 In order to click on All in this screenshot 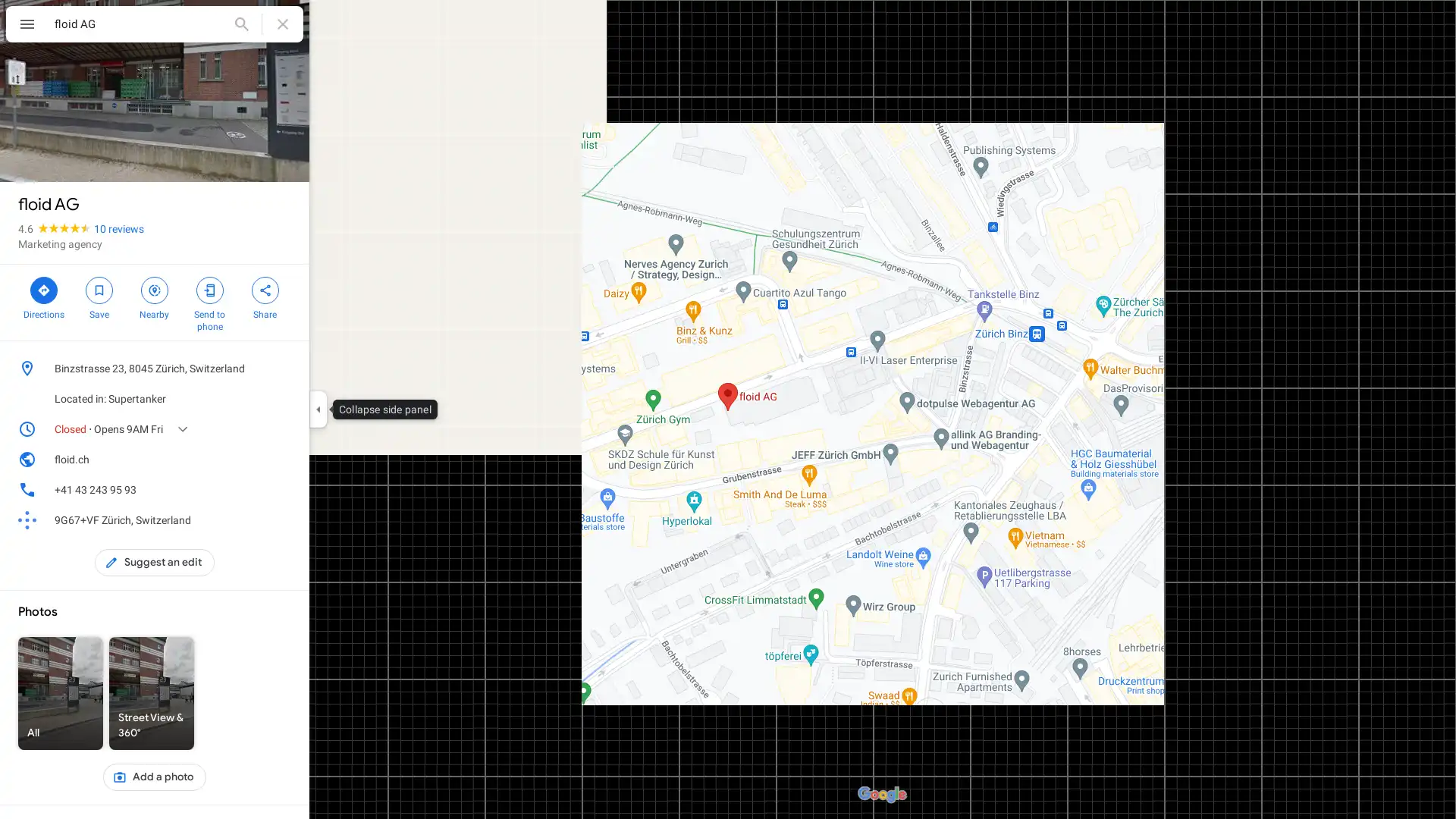, I will do `click(61, 693)`.